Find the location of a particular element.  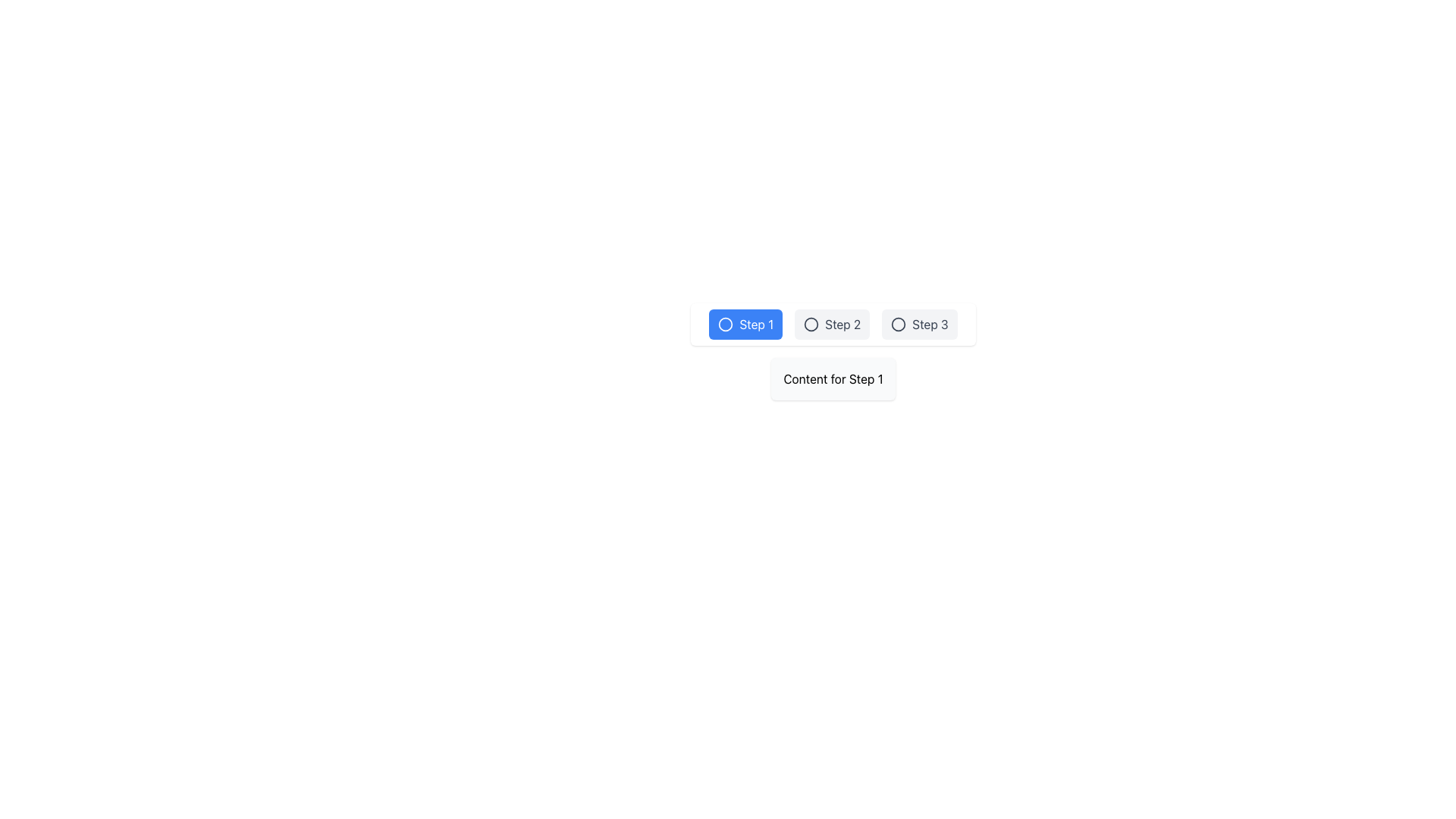

the SVG circle icon that indicates the status of 'Step 3', located within the button labeled 'Step 3' is located at coordinates (899, 324).